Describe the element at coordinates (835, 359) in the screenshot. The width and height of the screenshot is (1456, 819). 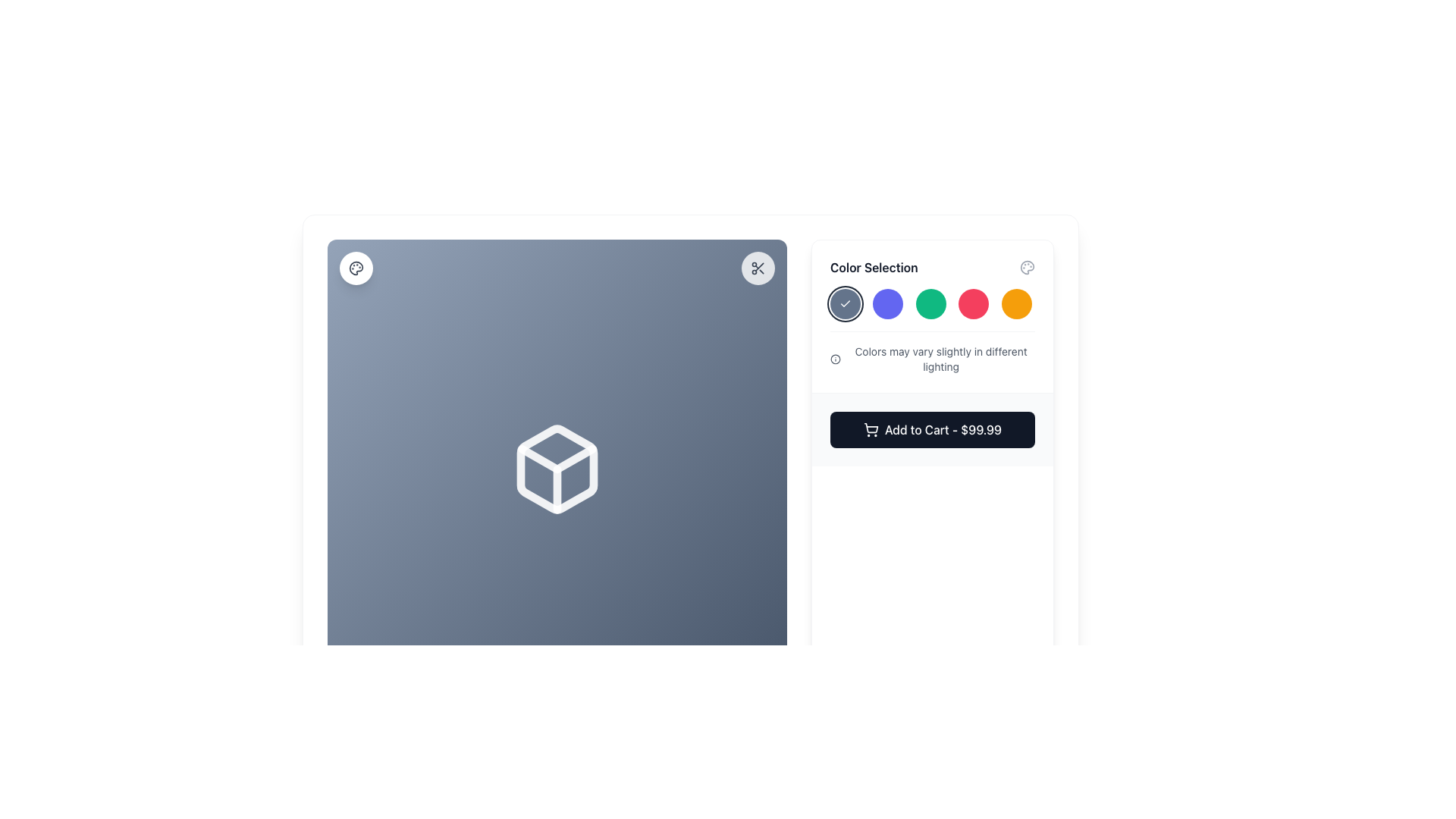
I see `the small circular information icon with an 'i' symbol, located to the left of the text 'Colors may vary slightly in different lighting' in the sidebar` at that location.